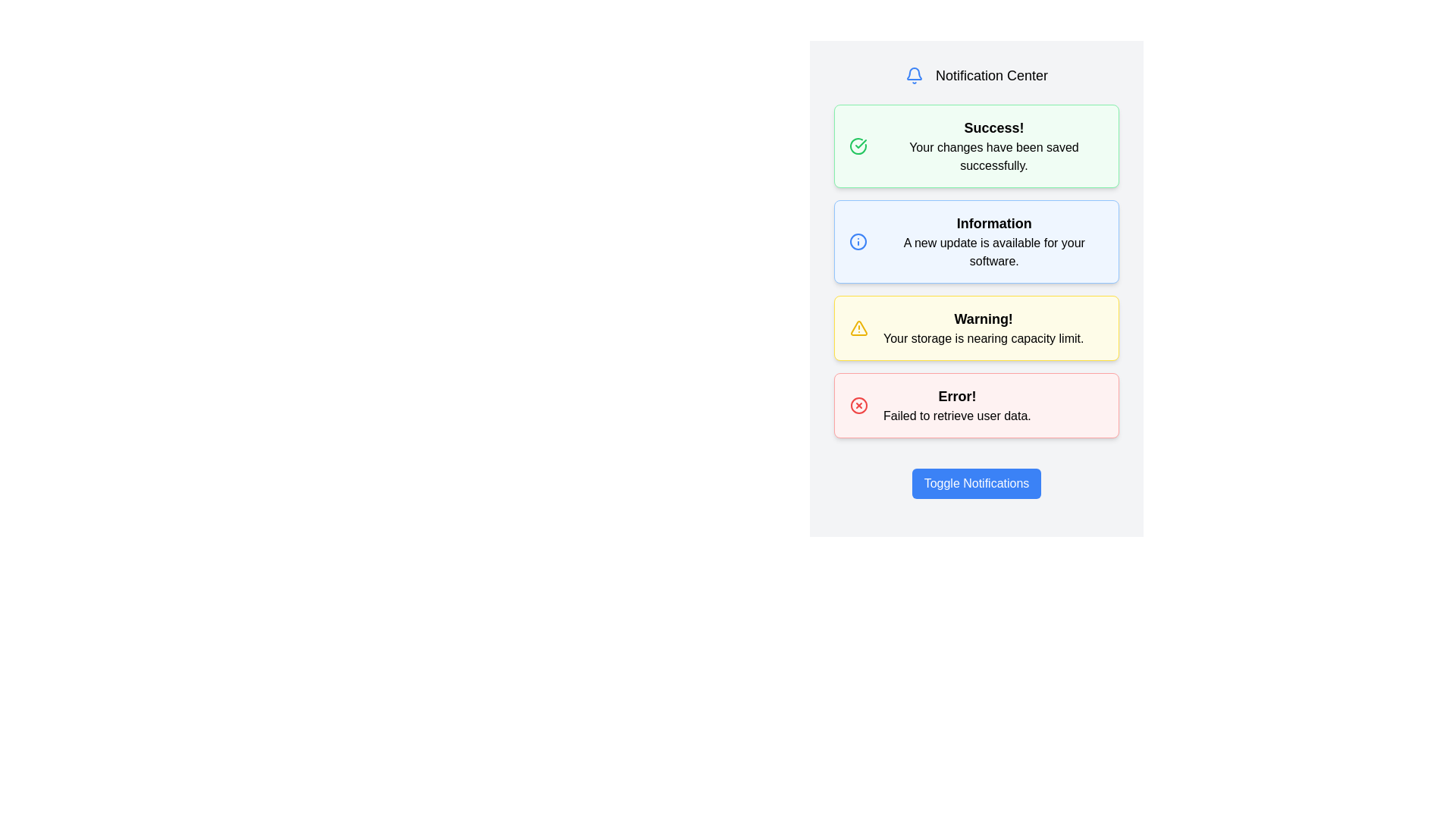 Image resolution: width=1456 pixels, height=819 pixels. I want to click on text element labeled 'Notification Center' which is positioned to the right of a bell icon in the notification section of the interface, so click(991, 76).